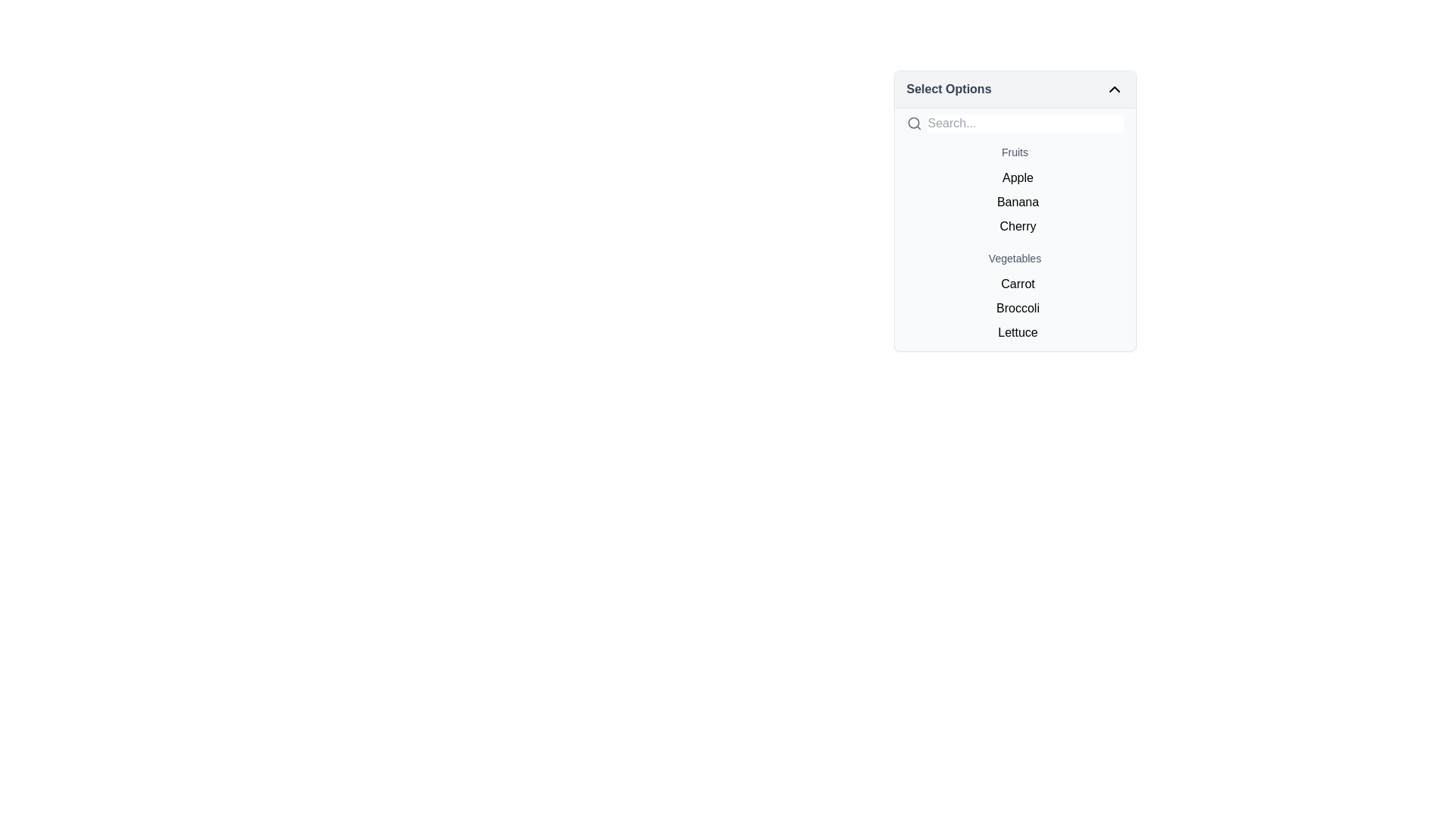 This screenshot has width=1456, height=819. Describe the element at coordinates (1015, 191) in the screenshot. I see `the 'Banana' text item in the vertical list under the 'Fruits' heading` at that location.